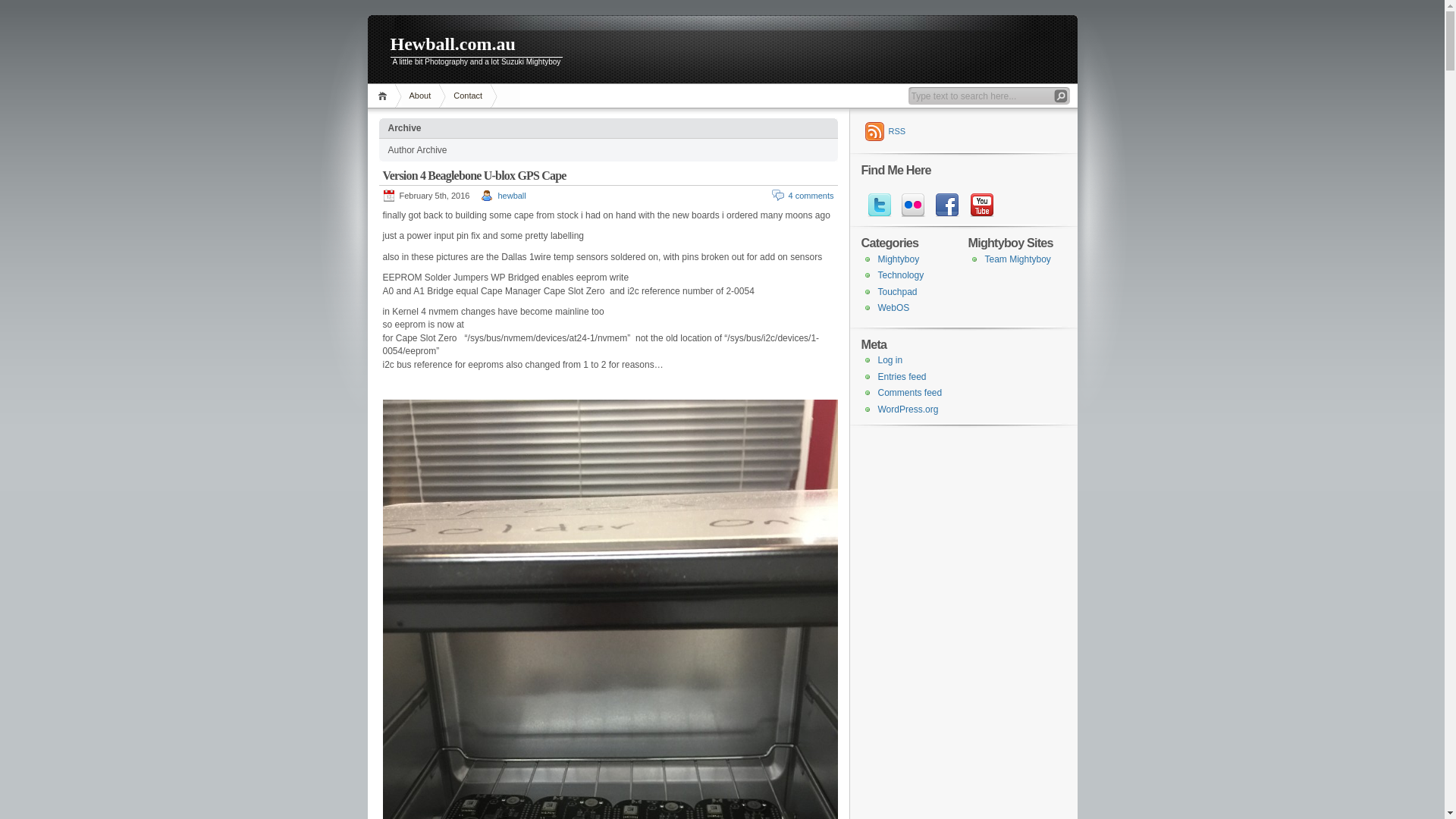 The height and width of the screenshot is (819, 1456). Describe the element at coordinates (472, 174) in the screenshot. I see `'Version 4 Beaglebone U-blox GPS Cape'` at that location.